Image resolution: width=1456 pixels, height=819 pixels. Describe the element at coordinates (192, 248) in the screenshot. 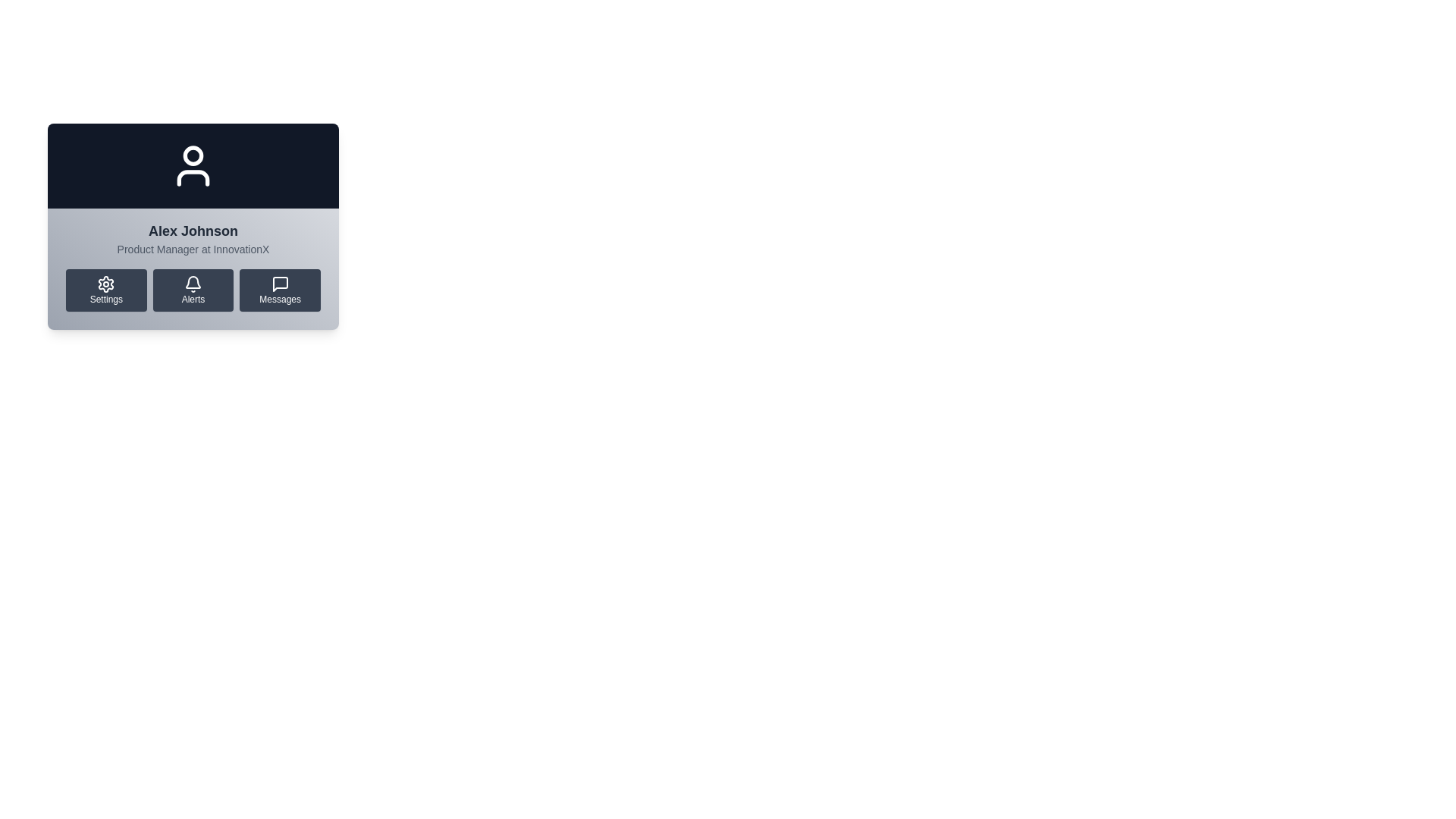

I see `the text label that displays the job title and workplace of the user, positioned below the name 'Alex Johnson'` at that location.